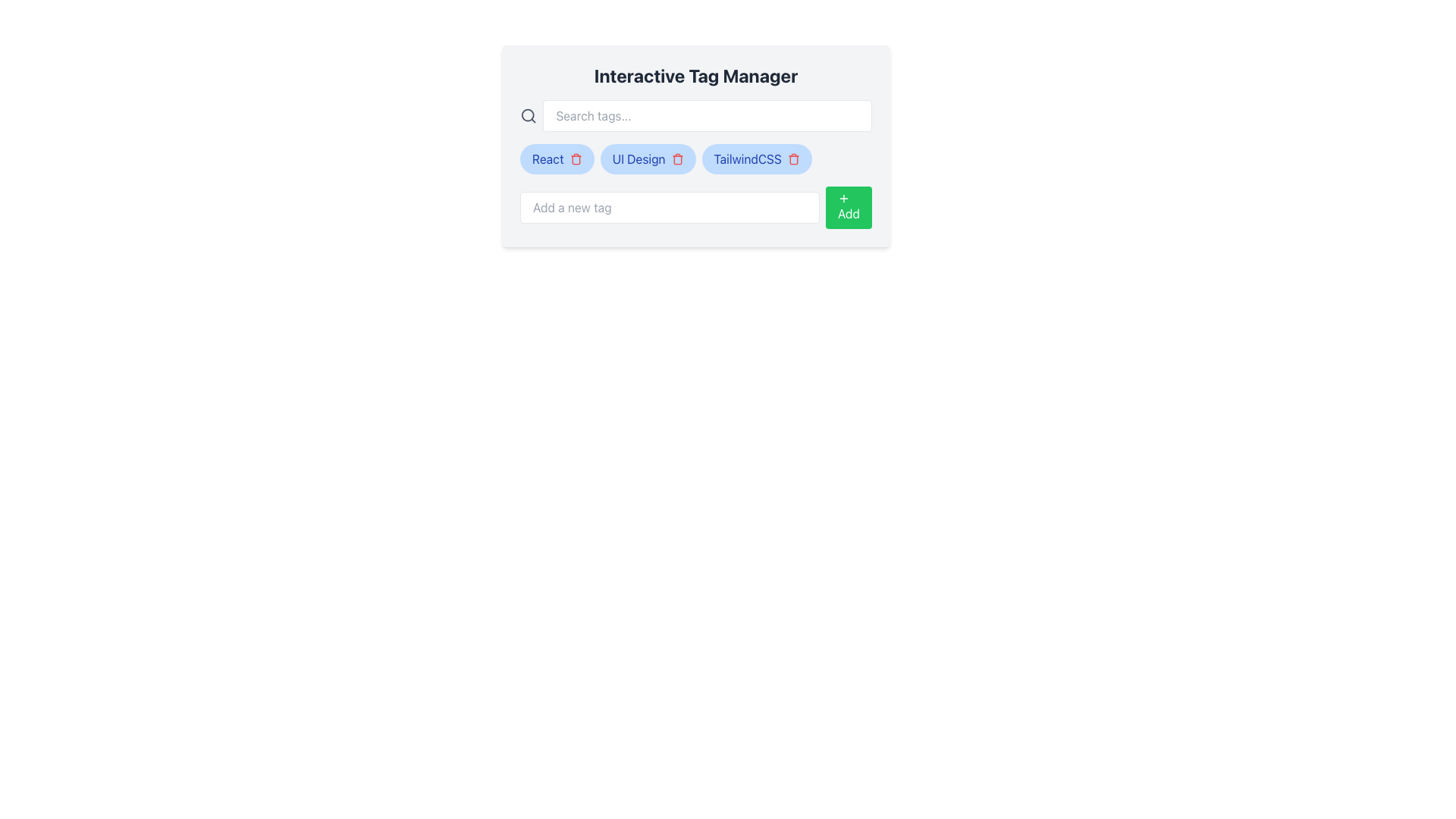 This screenshot has width=1456, height=819. I want to click on the '+' icon located within the 'Add' button on the right side of the interface, so click(843, 198).